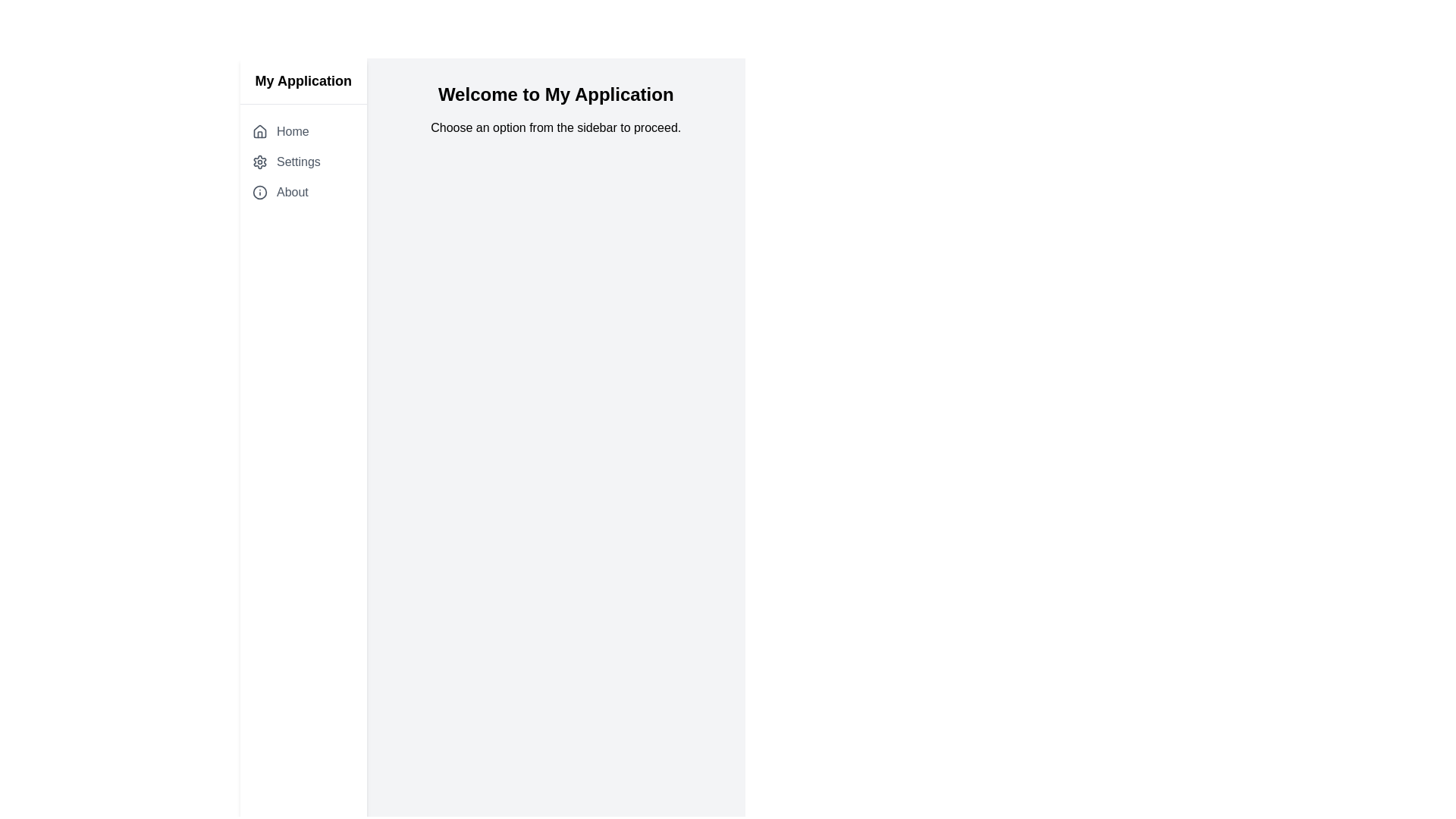  Describe the element at coordinates (303, 162) in the screenshot. I see `the second item in the vertical navigation menu, which serves as a hyperlink to the application's settings section` at that location.